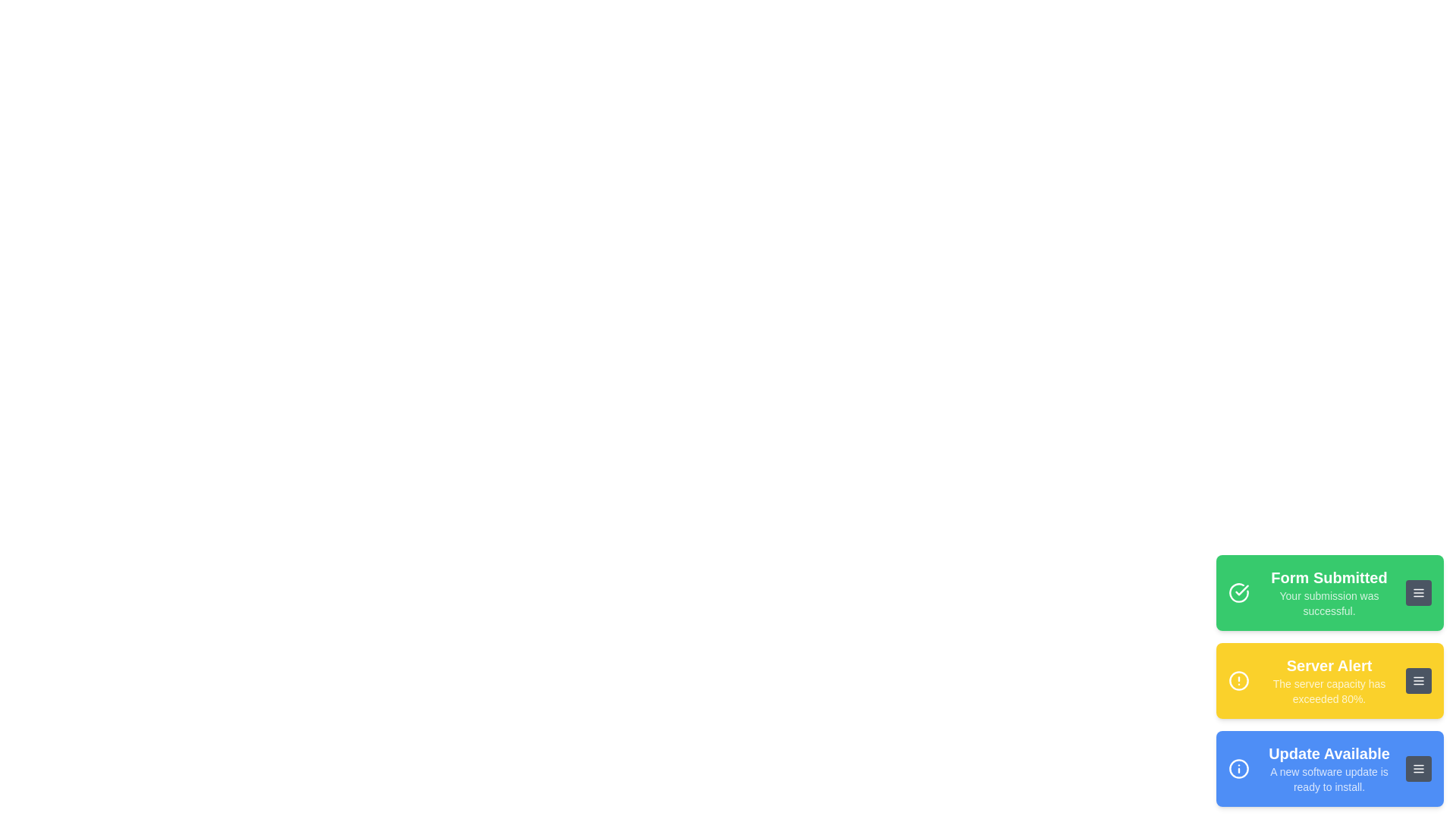  What do you see at coordinates (1418, 592) in the screenshot?
I see `the close button of the notification to dismiss it` at bounding box center [1418, 592].